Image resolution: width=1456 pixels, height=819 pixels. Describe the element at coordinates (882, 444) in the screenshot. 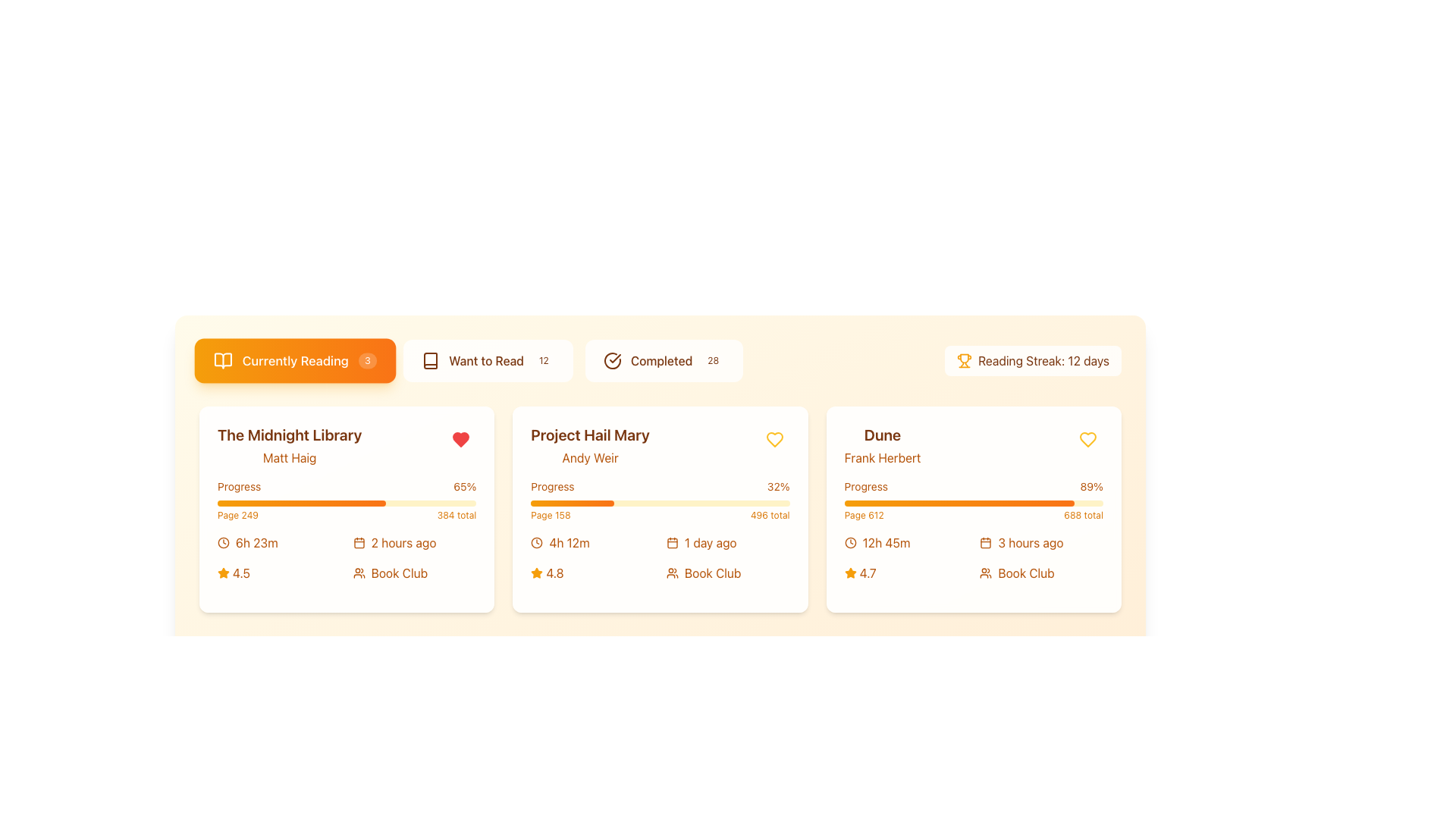

I see `the Text Display element that shows 'Dune' in bold amber and 'Frank Herbert' in lighter amber, located in the third card from the left above the progress bar` at that location.